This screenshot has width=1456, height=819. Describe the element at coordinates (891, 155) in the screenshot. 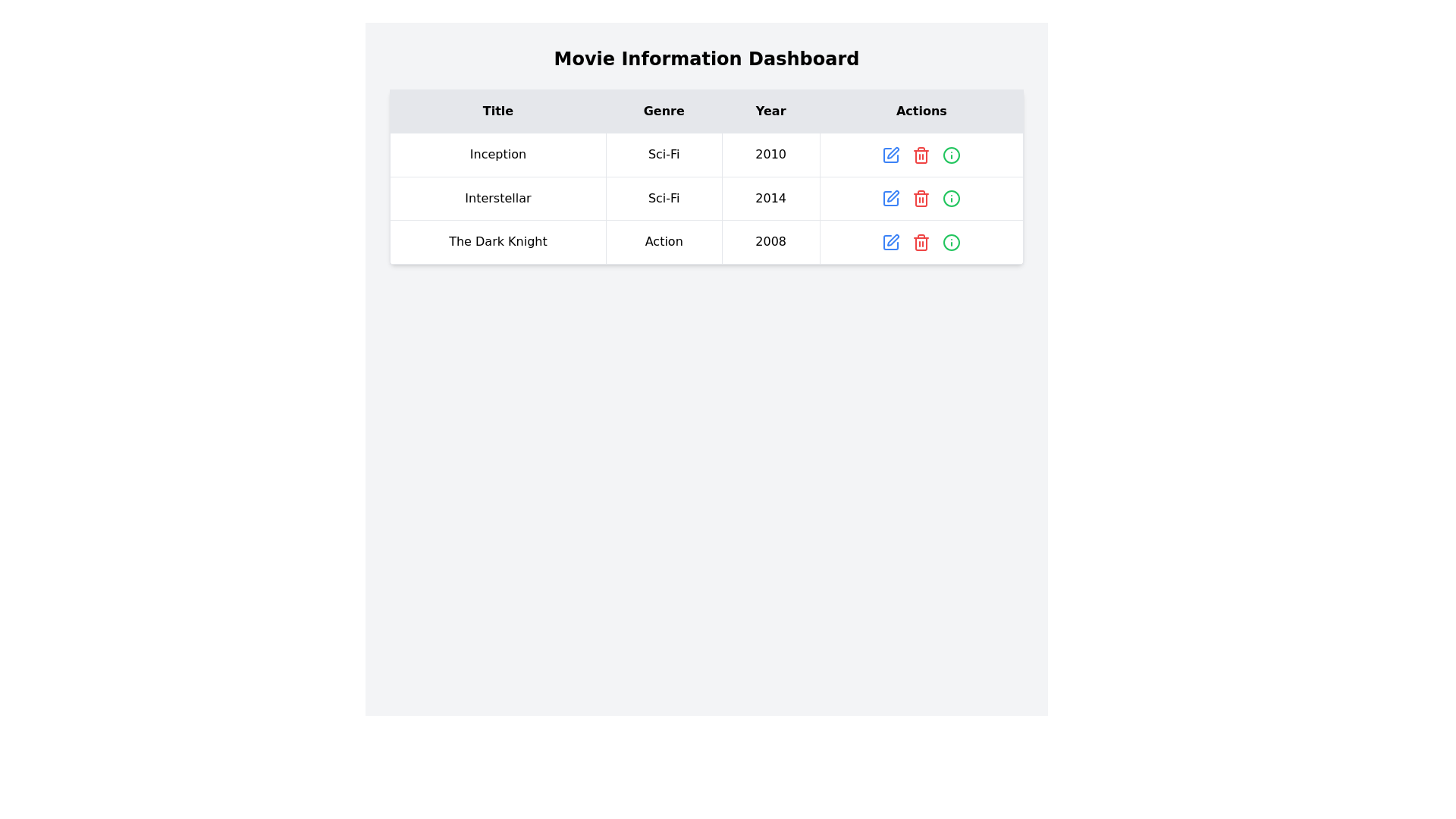

I see `the interactive button in the 'Actions' column of the first row in the movie details table` at that location.